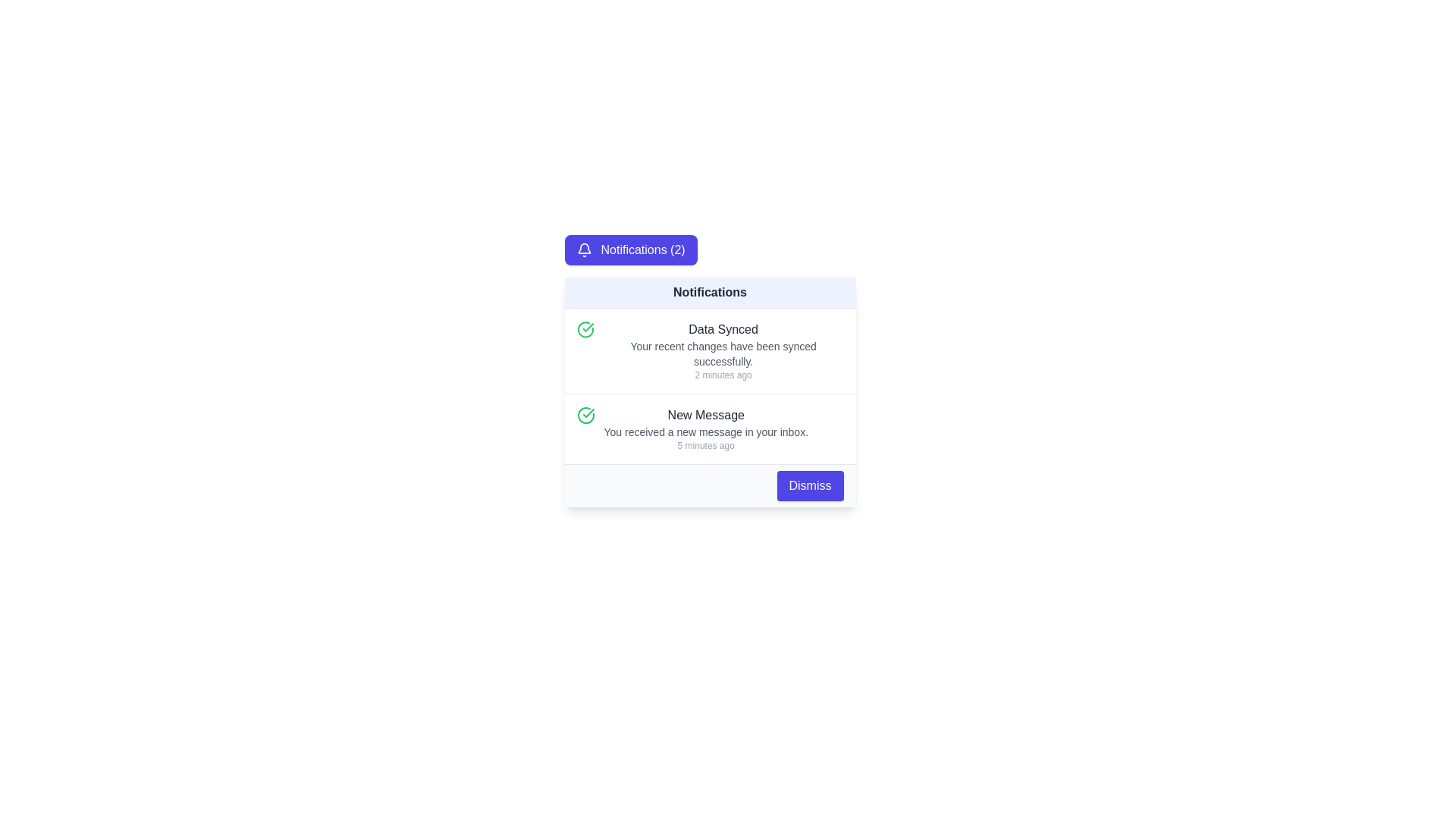  What do you see at coordinates (705, 415) in the screenshot?
I see `the static text label in the second notification card of the notifications panel, which serves as the title for the notification` at bounding box center [705, 415].